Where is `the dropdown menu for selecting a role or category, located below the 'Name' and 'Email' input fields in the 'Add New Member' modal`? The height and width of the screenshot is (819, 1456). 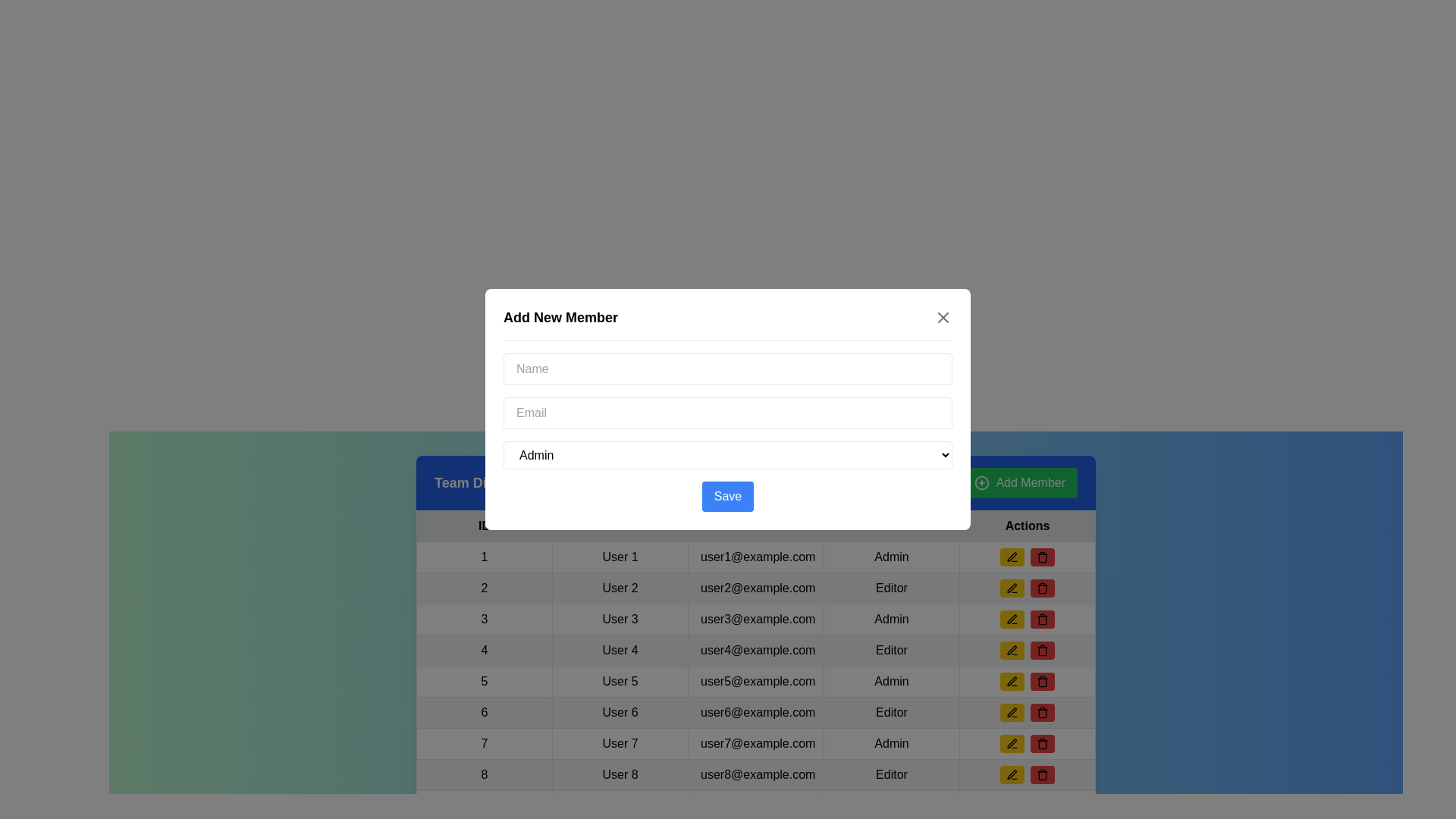
the dropdown menu for selecting a role or category, located below the 'Name' and 'Email' input fields in the 'Add New Member' modal is located at coordinates (728, 454).